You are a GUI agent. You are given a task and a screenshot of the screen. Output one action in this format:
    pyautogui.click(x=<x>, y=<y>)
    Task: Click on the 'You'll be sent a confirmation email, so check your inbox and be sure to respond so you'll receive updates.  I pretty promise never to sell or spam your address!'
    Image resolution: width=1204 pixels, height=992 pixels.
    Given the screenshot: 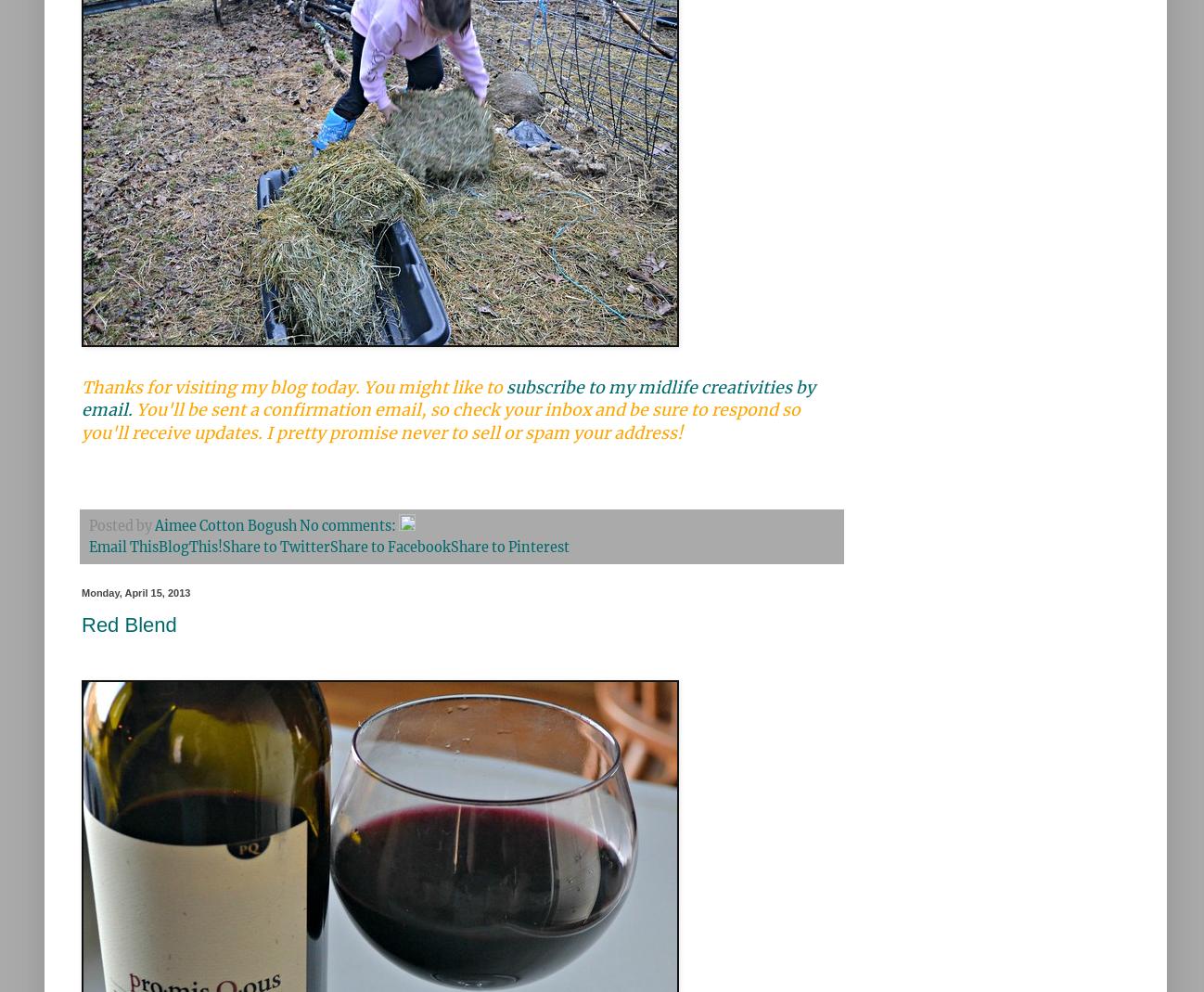 What is the action you would take?
    pyautogui.click(x=441, y=420)
    